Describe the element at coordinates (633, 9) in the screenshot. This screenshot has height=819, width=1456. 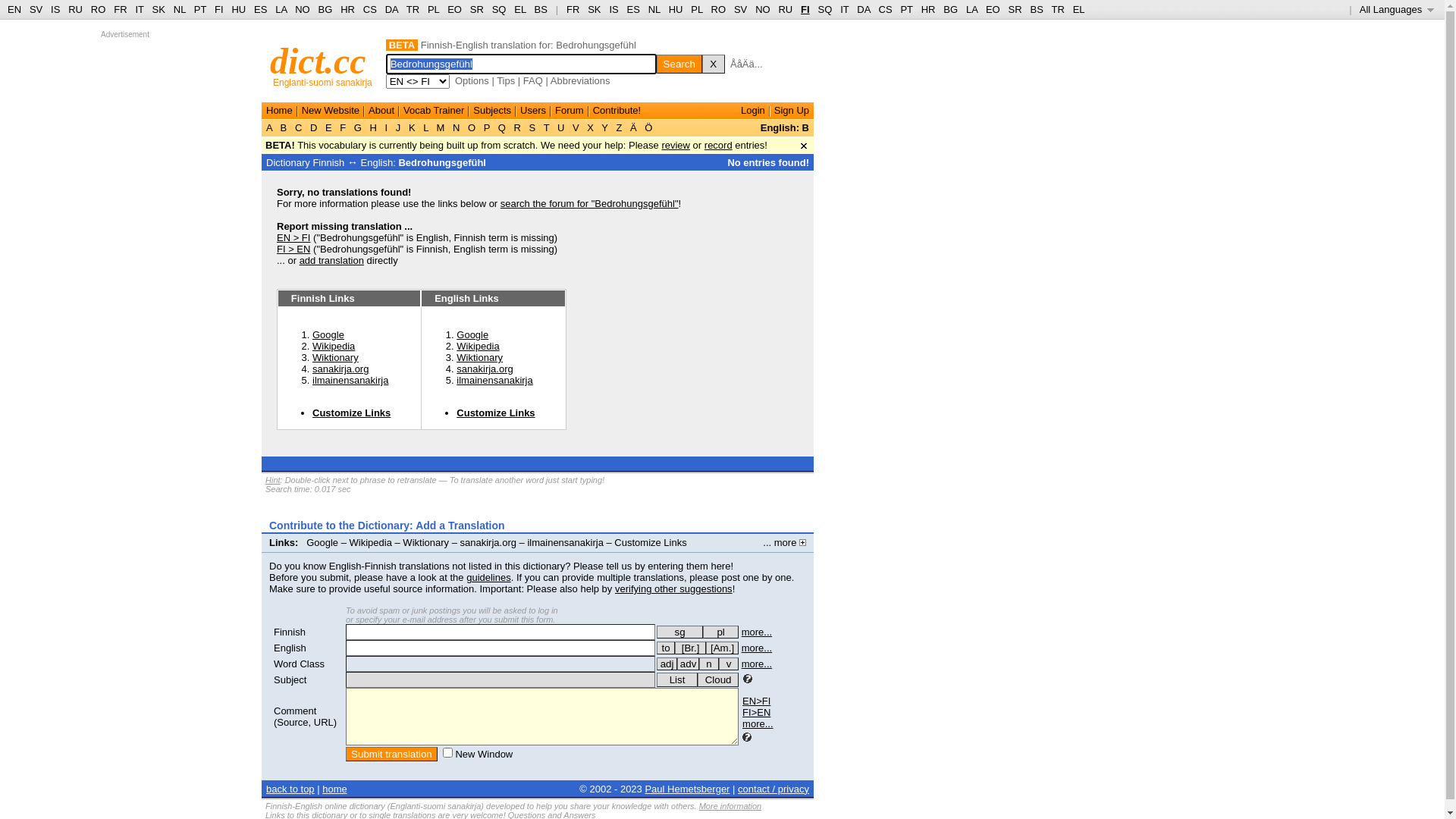
I see `'ES'` at that location.